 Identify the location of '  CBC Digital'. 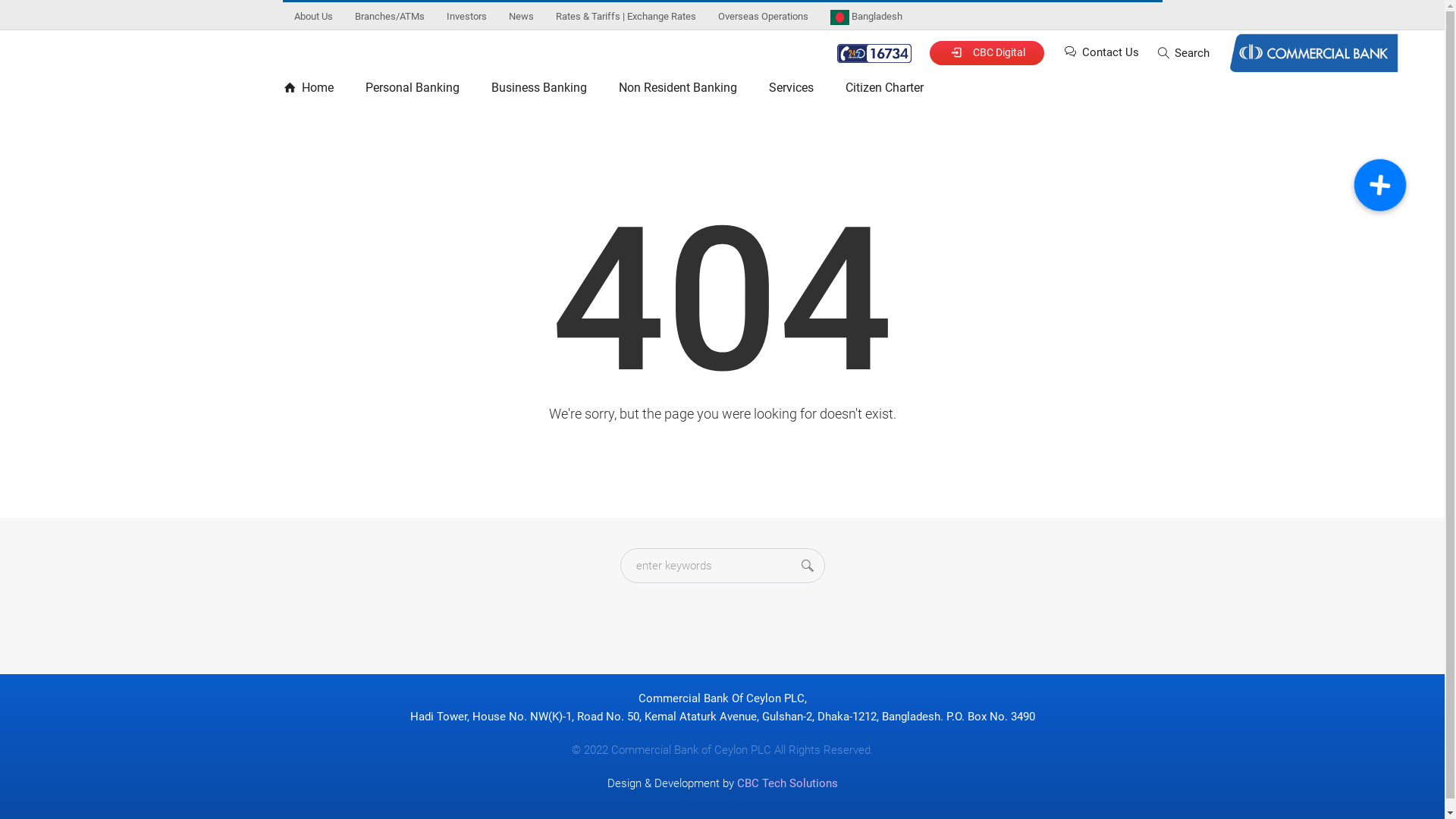
(986, 52).